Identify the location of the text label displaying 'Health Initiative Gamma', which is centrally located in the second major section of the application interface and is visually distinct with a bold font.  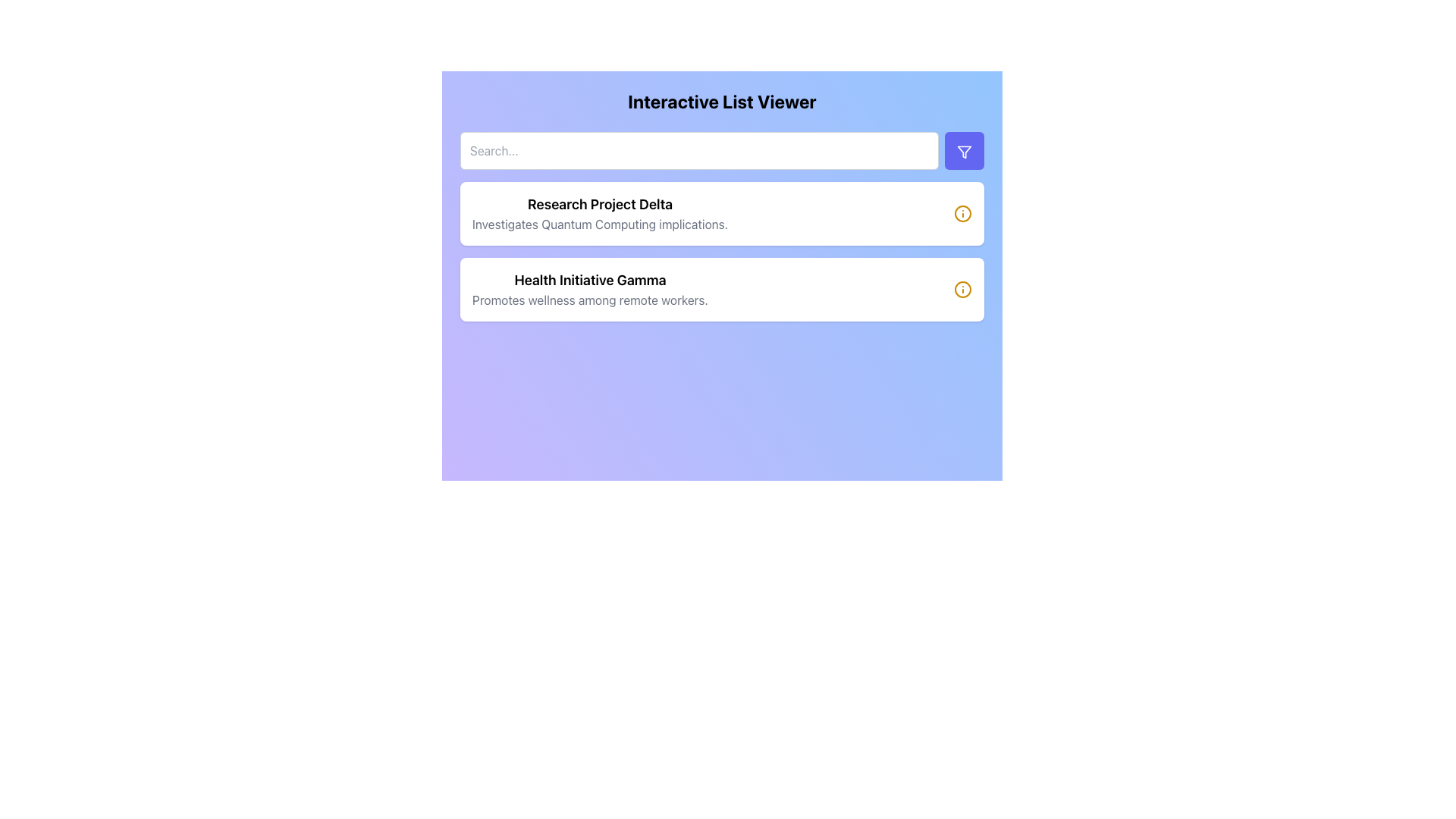
(589, 281).